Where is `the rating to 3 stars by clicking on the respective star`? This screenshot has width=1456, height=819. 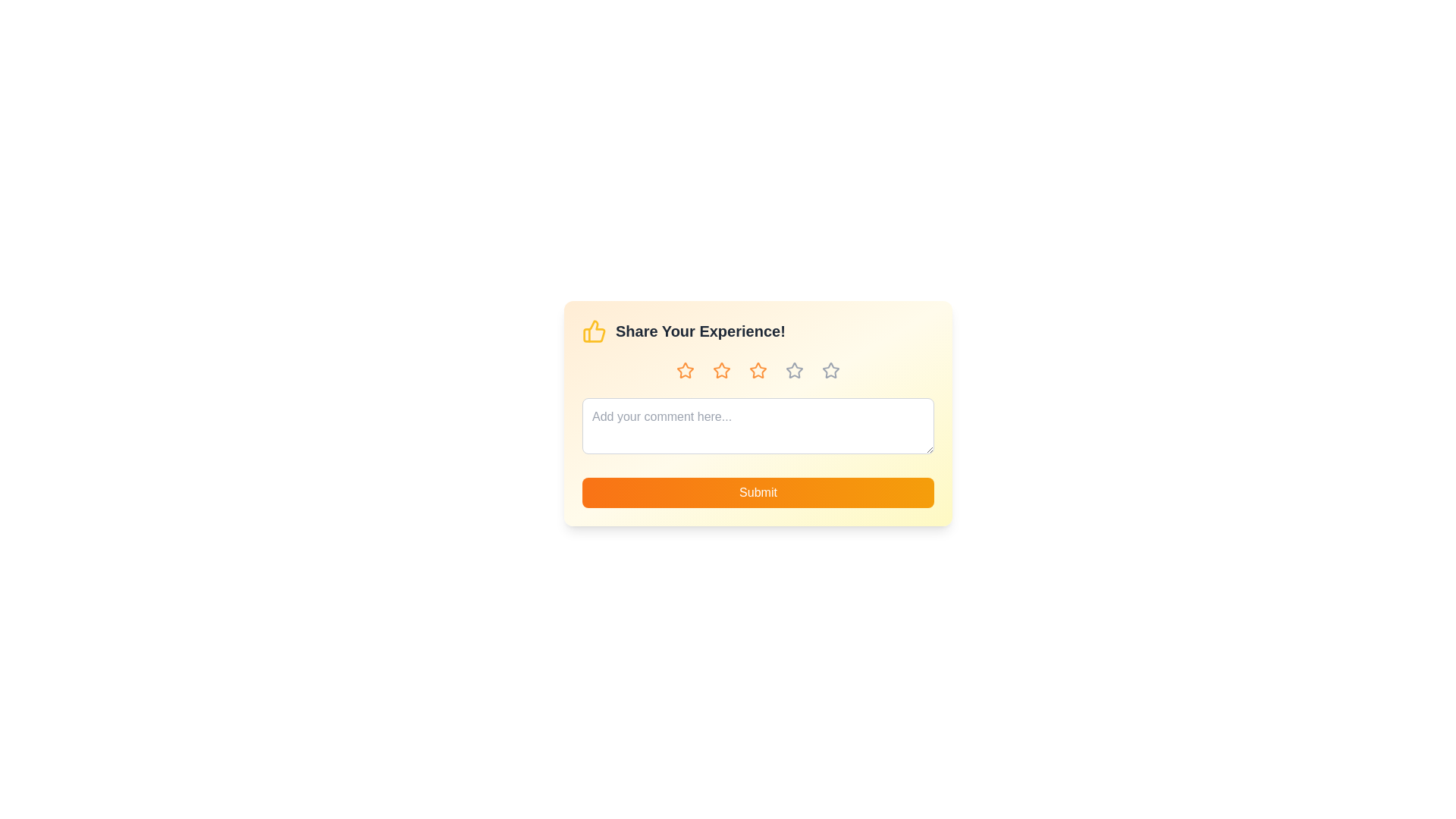 the rating to 3 stars by clicking on the respective star is located at coordinates (758, 371).